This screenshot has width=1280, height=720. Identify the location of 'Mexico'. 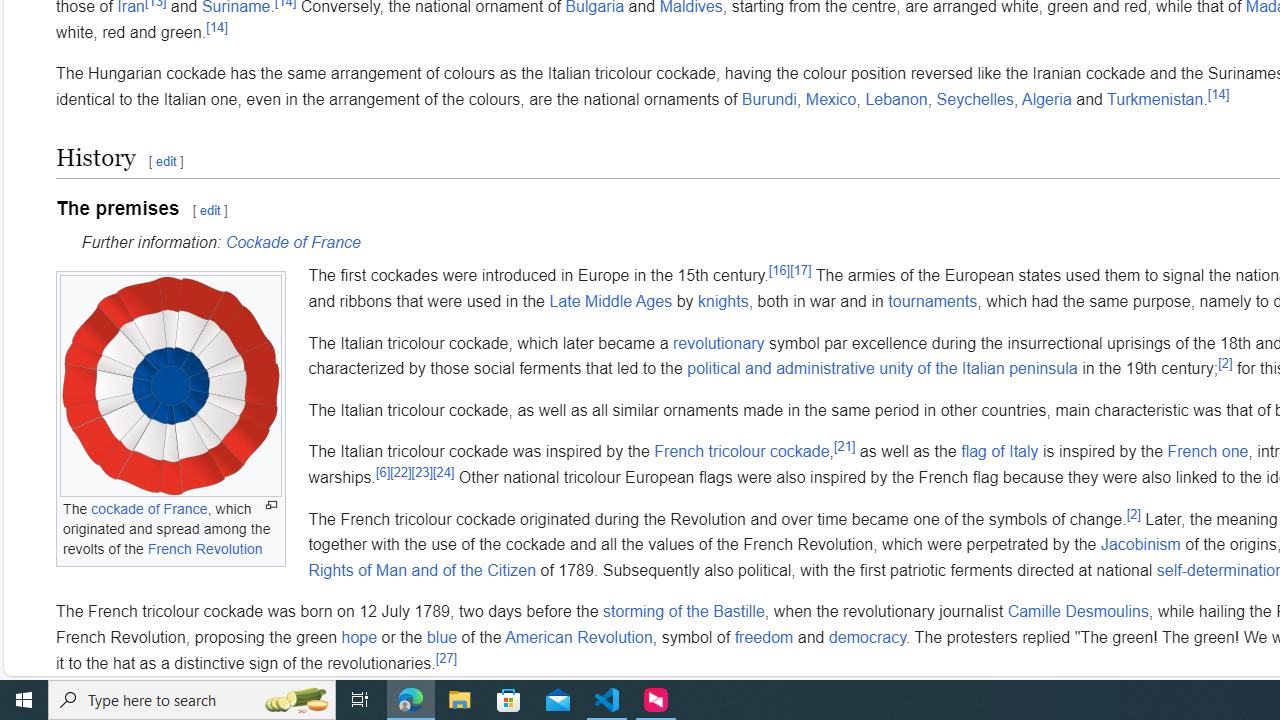
(831, 99).